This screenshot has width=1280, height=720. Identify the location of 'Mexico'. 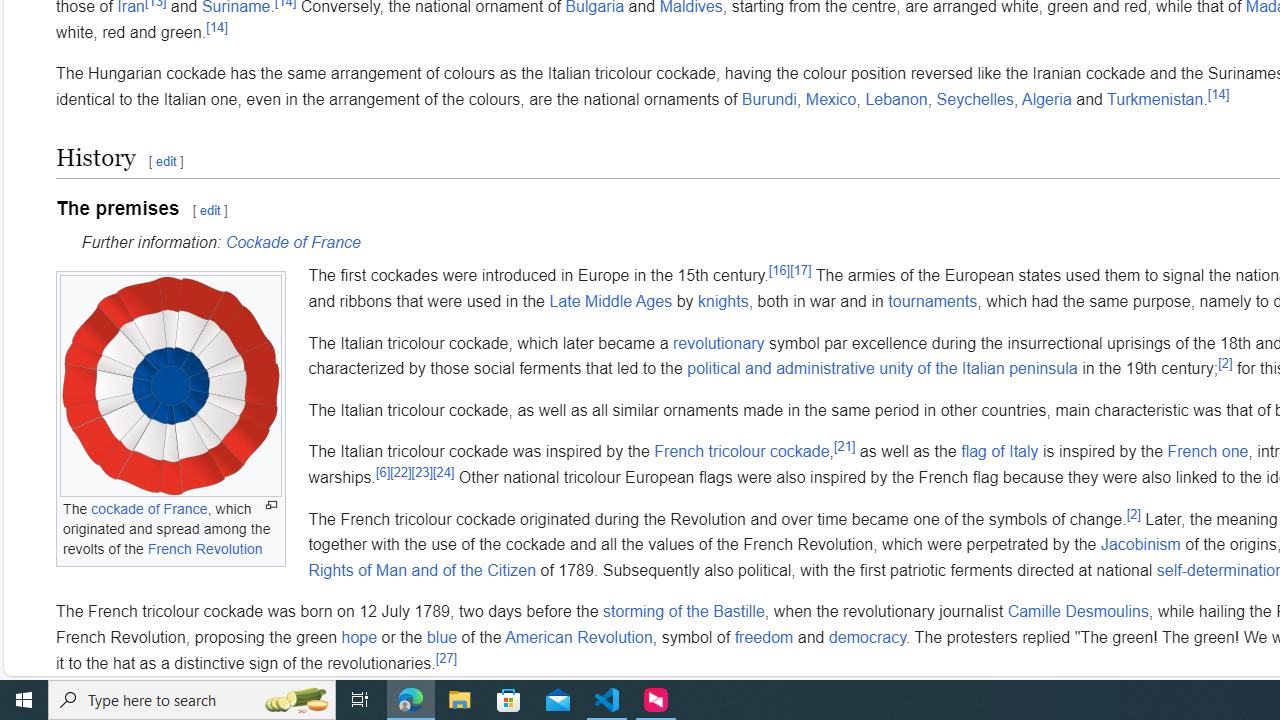
(831, 99).